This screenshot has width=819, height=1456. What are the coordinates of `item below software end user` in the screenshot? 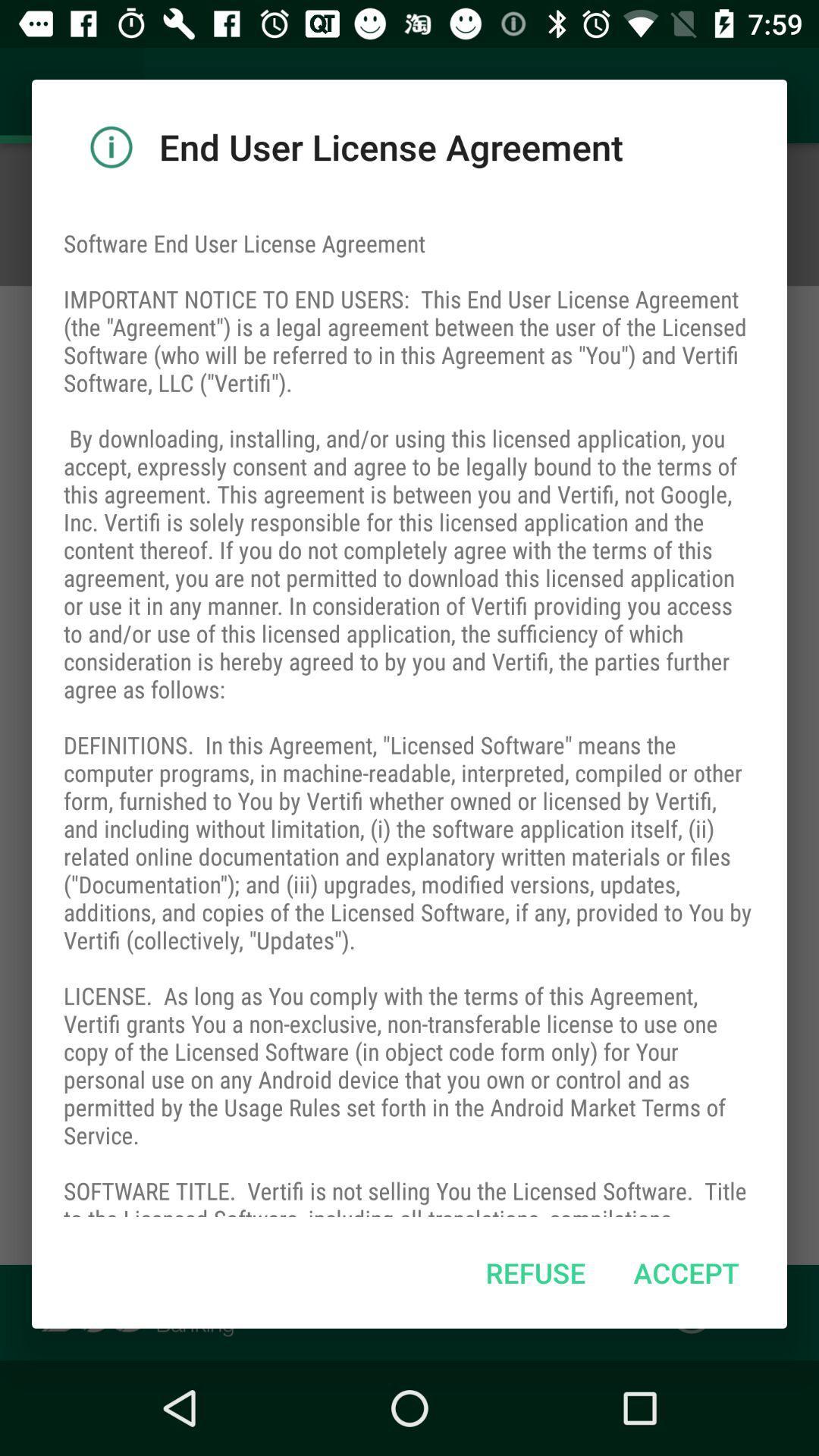 It's located at (535, 1272).